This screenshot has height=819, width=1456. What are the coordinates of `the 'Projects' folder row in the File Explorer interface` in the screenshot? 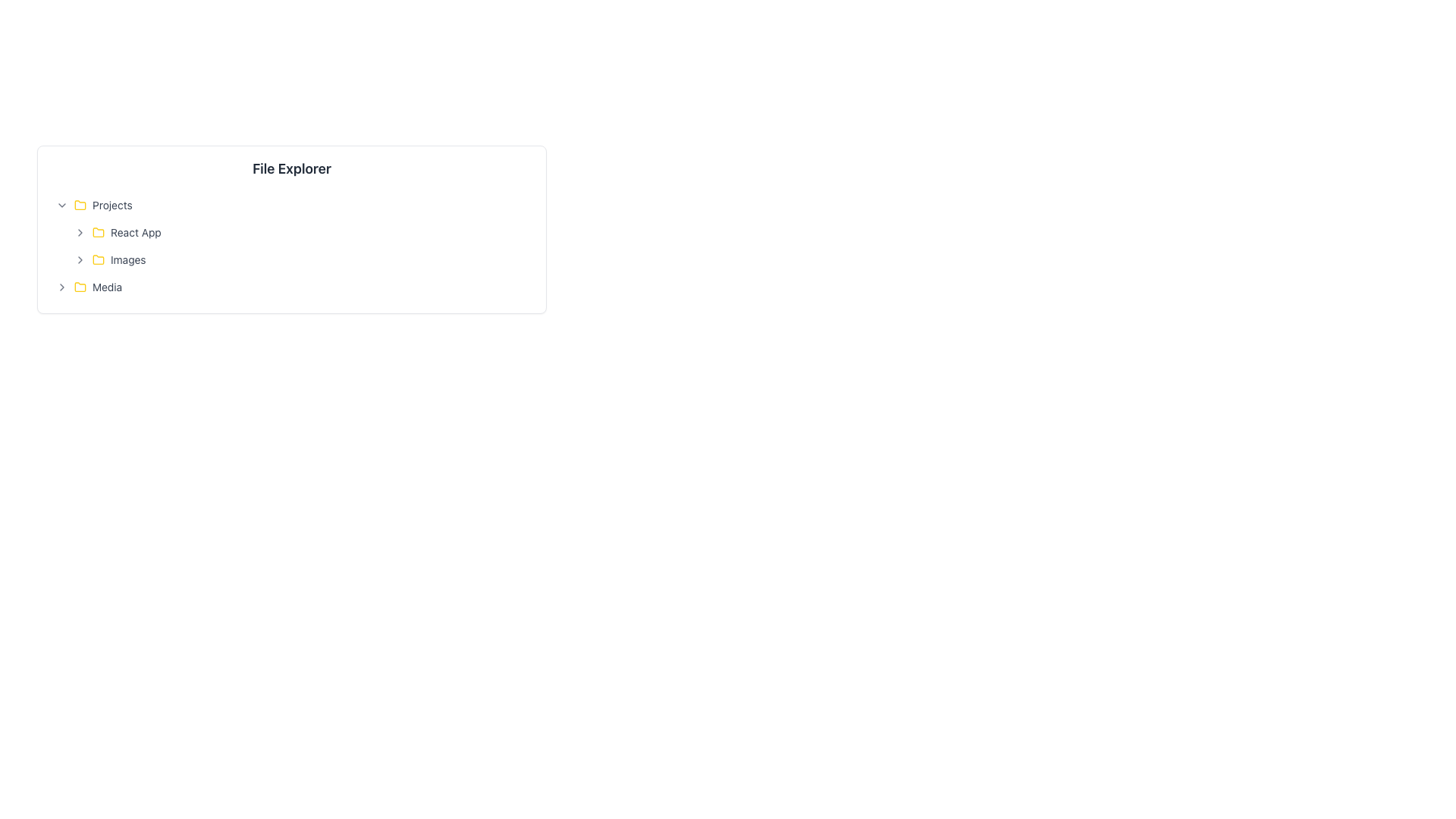 It's located at (111, 205).